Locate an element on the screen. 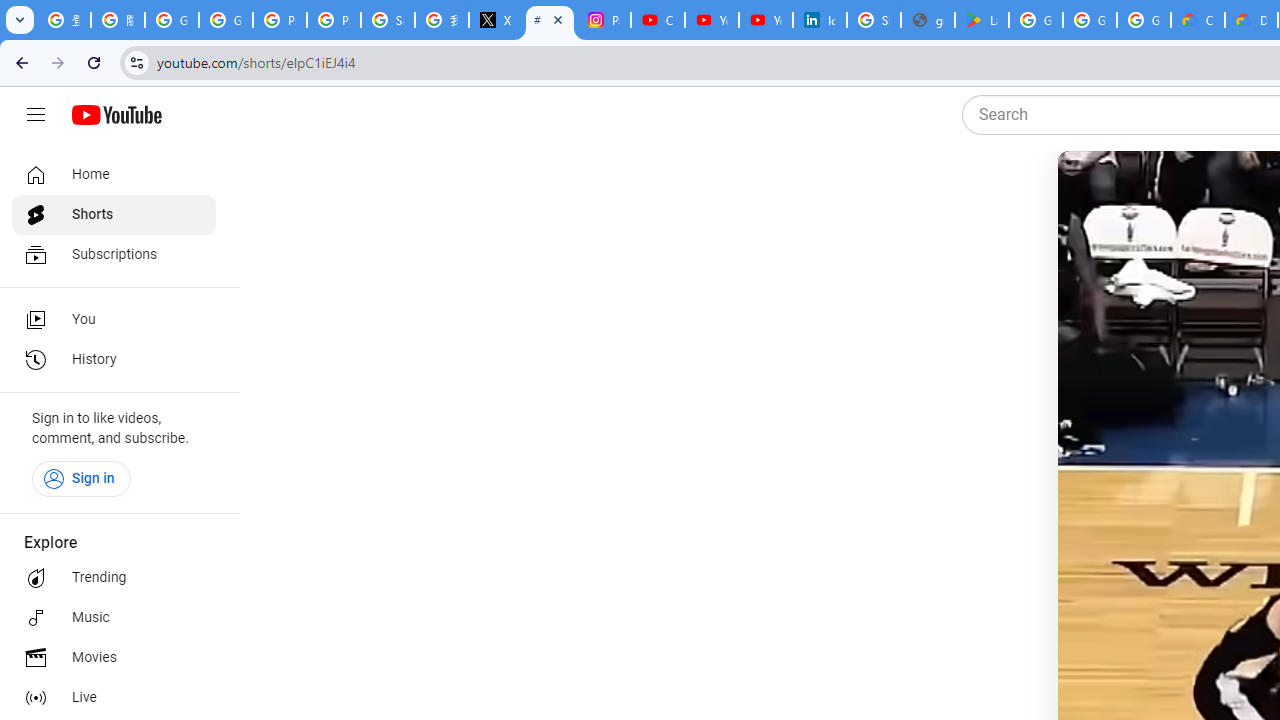 The image size is (1280, 720). 'Subscriptions' is located at coordinates (112, 253).